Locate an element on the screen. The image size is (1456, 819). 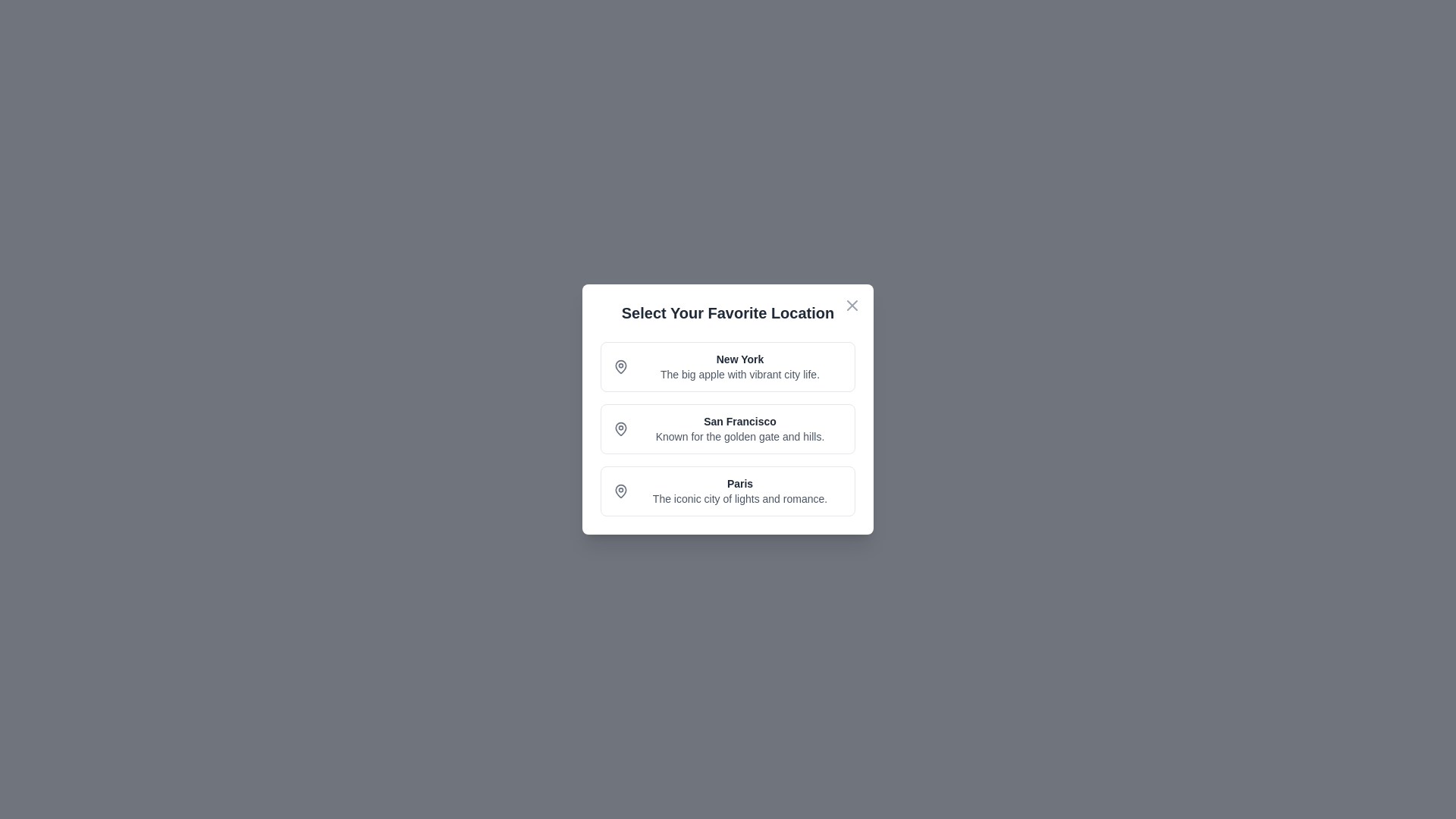
the location card for Paris is located at coordinates (728, 491).